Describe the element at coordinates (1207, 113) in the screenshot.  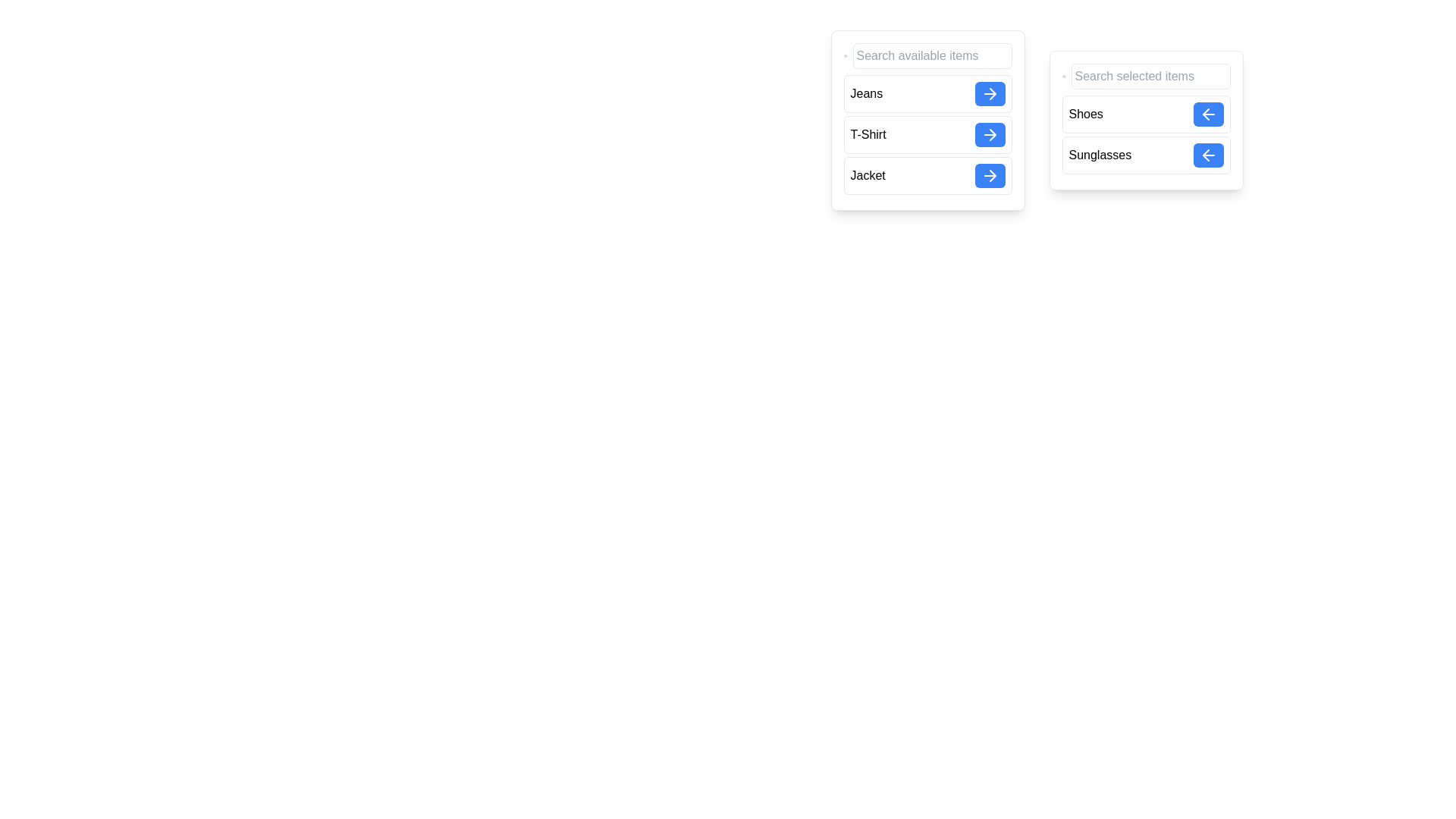
I see `the SVG icon shaped like a leftward-pointing arrow with a bold blue background and white graphical lines, located in the right panel under the 'Search selected items' section beside the text 'Shoes'` at that location.